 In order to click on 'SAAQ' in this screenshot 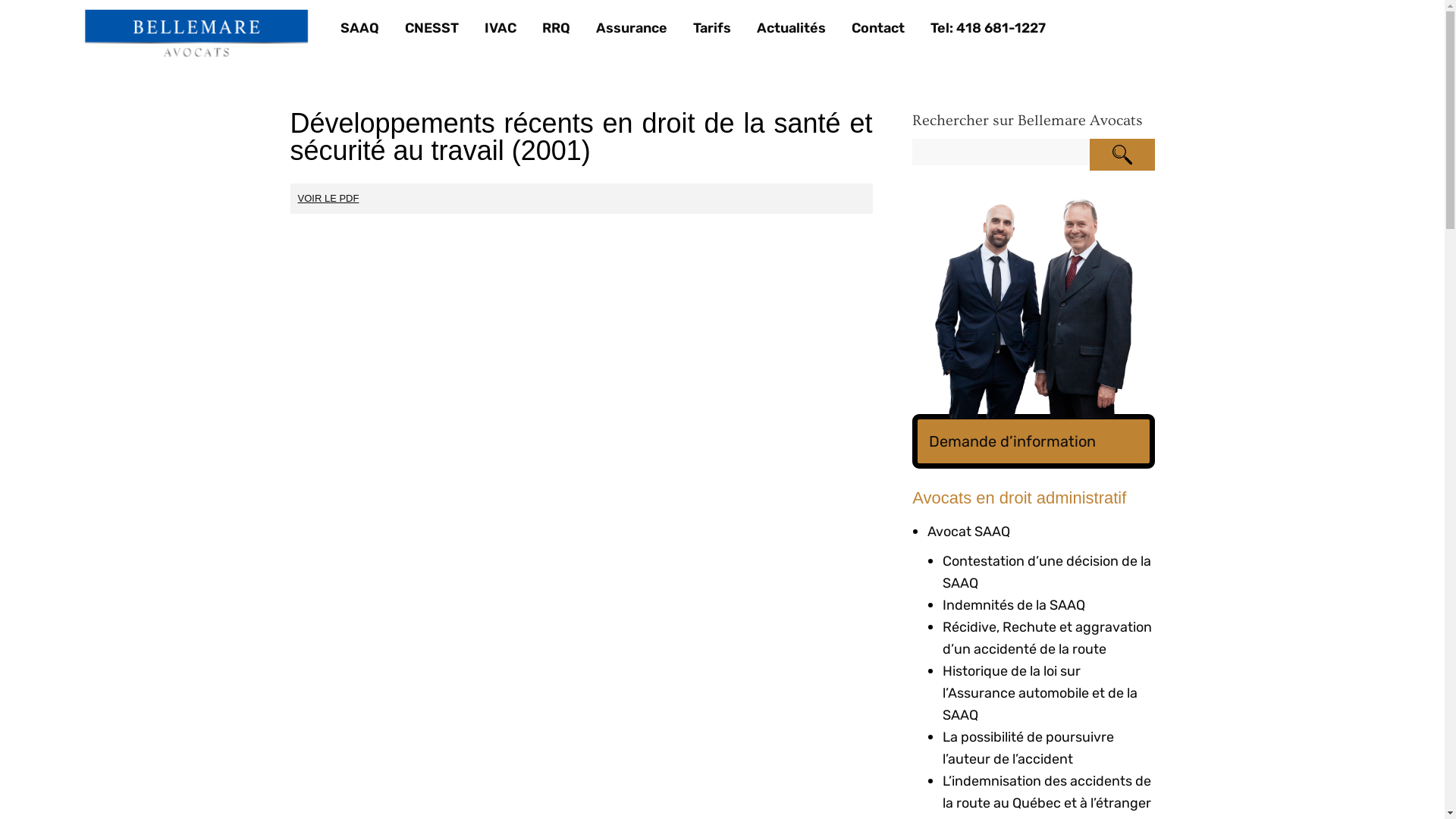, I will do `click(340, 28)`.